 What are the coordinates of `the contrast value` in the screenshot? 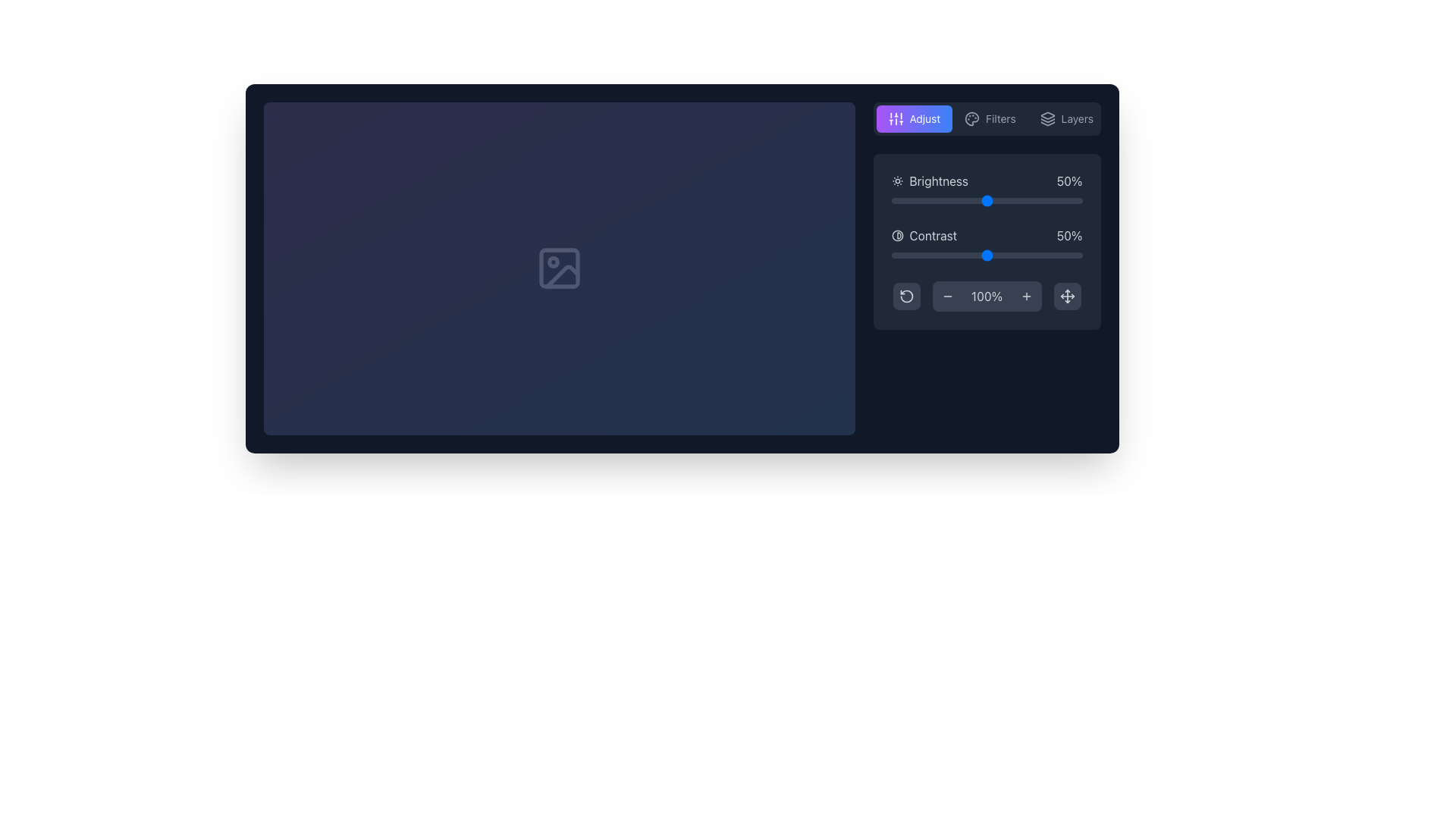 It's located at (1021, 254).